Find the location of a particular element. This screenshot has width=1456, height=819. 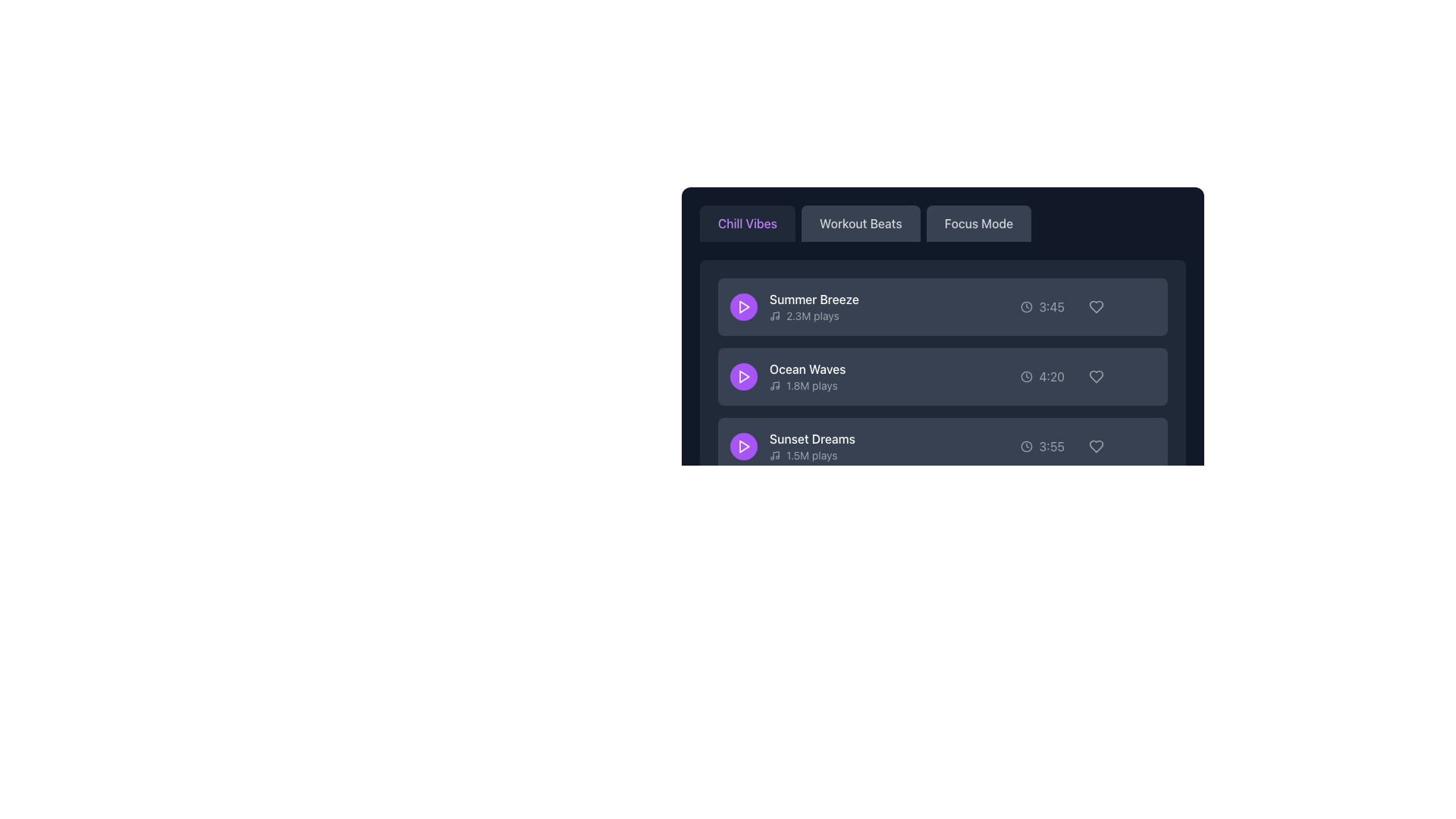

text label displaying '3:45' located adjacent to the clock icon on the dark background, which indicates the duration of the song 'Summer Breeze' is located at coordinates (1051, 307).